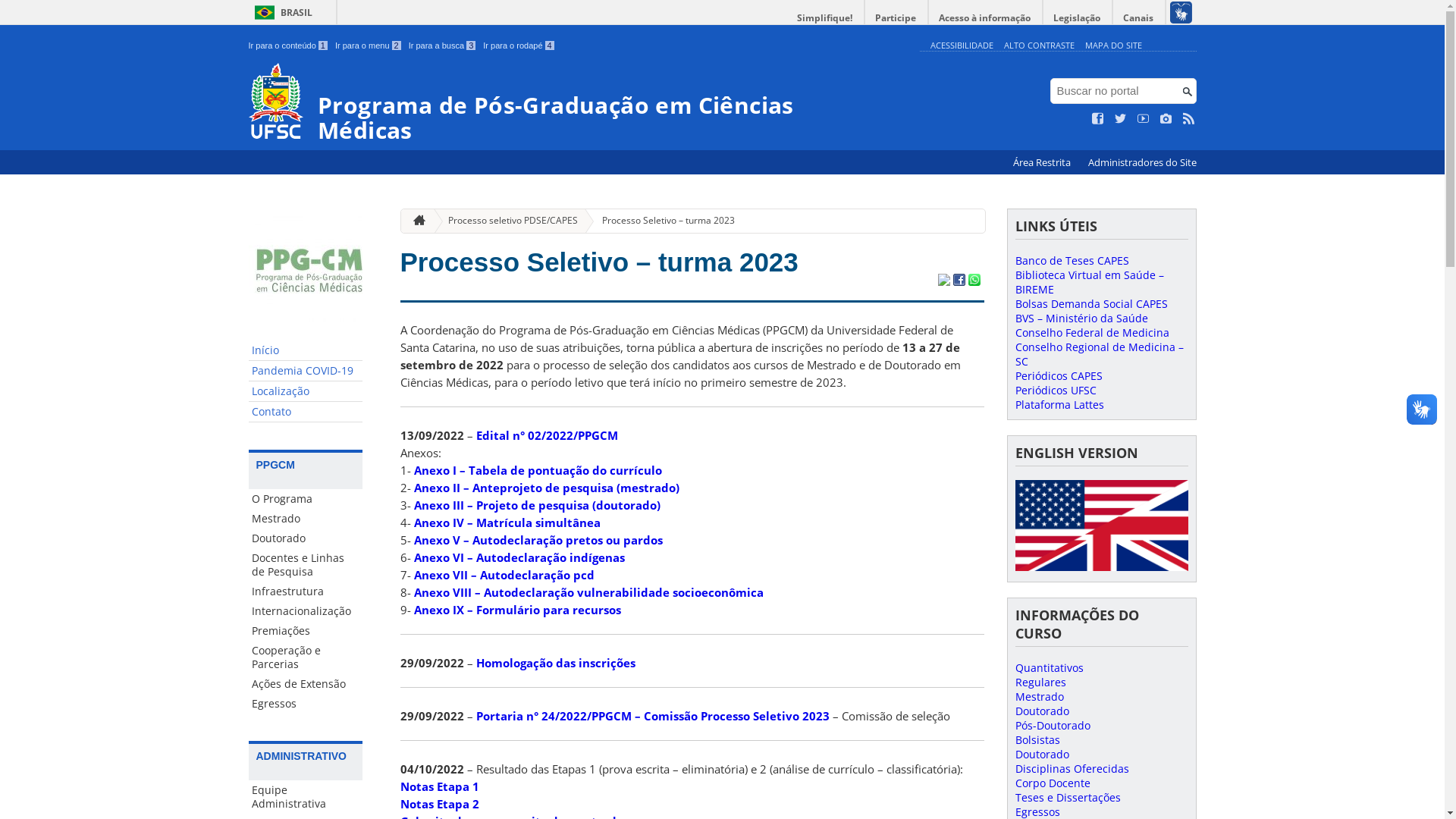 The height and width of the screenshot is (819, 1456). What do you see at coordinates (1139, 17) in the screenshot?
I see `'Canais'` at bounding box center [1139, 17].